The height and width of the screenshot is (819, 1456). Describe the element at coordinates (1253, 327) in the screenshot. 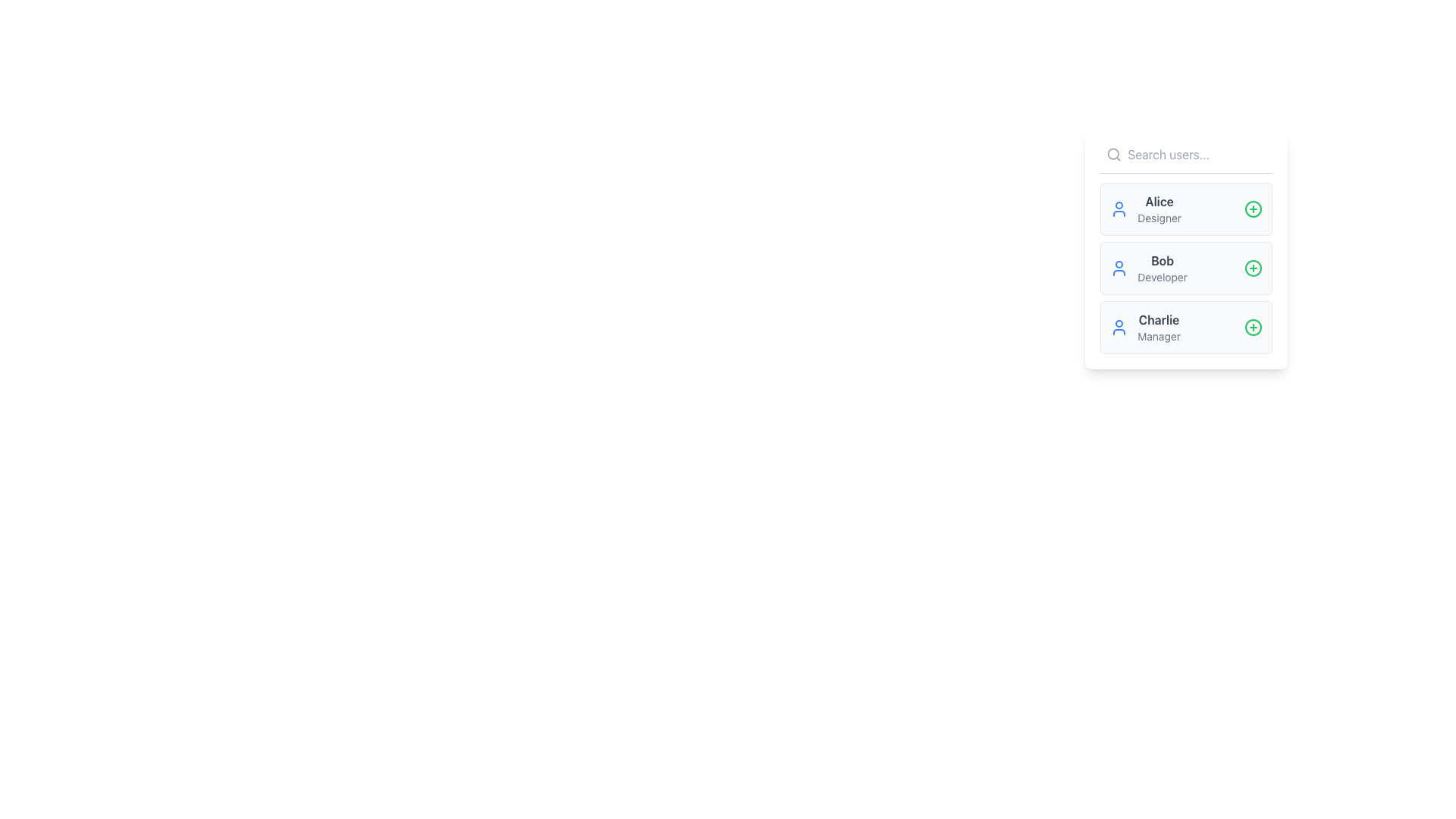

I see `the circular icon with a green border and a red plus sign located adjacent to the 'Charlie - Manager' entry` at that location.